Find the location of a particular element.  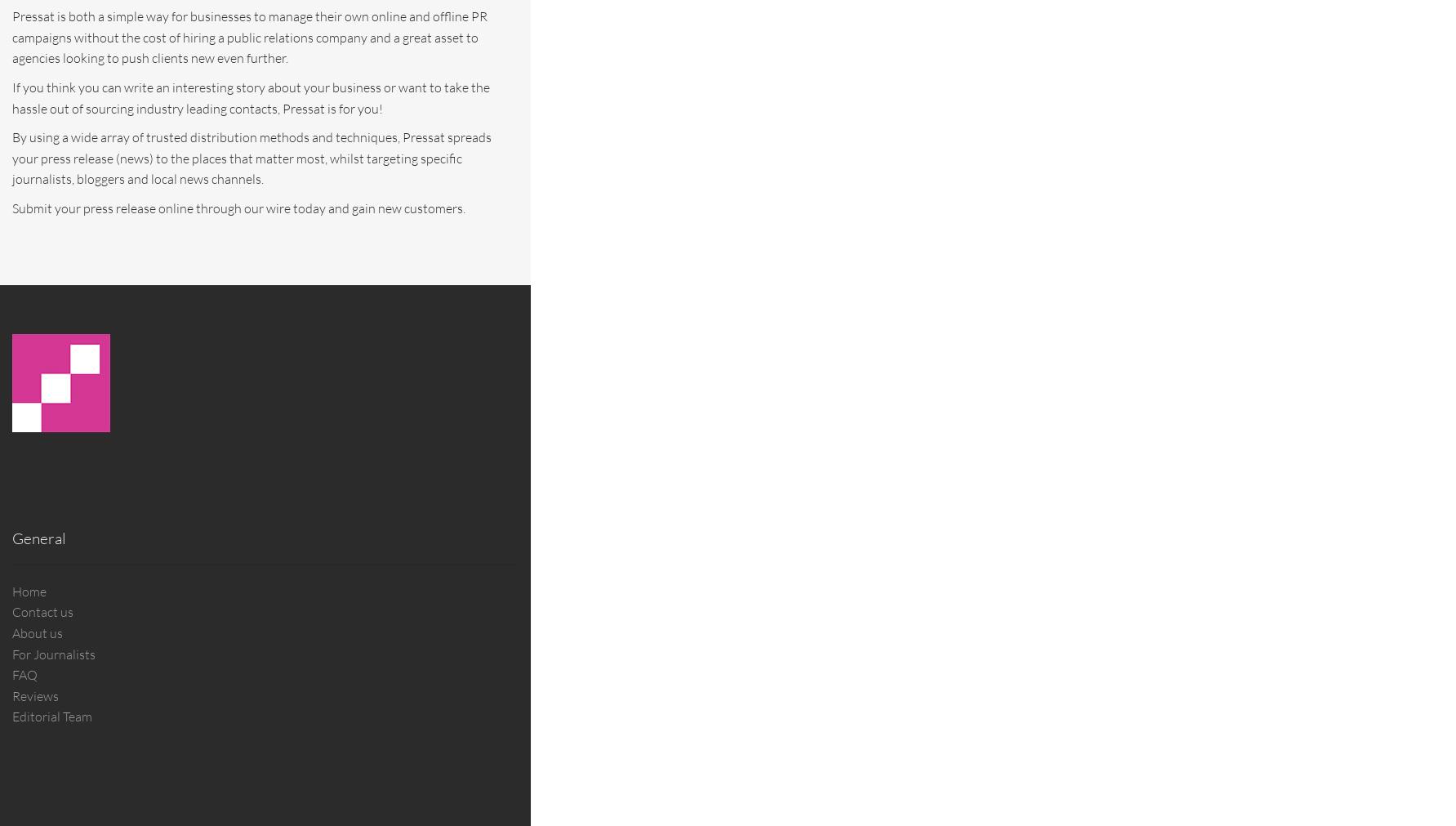

'For Journalists' is located at coordinates (11, 653).